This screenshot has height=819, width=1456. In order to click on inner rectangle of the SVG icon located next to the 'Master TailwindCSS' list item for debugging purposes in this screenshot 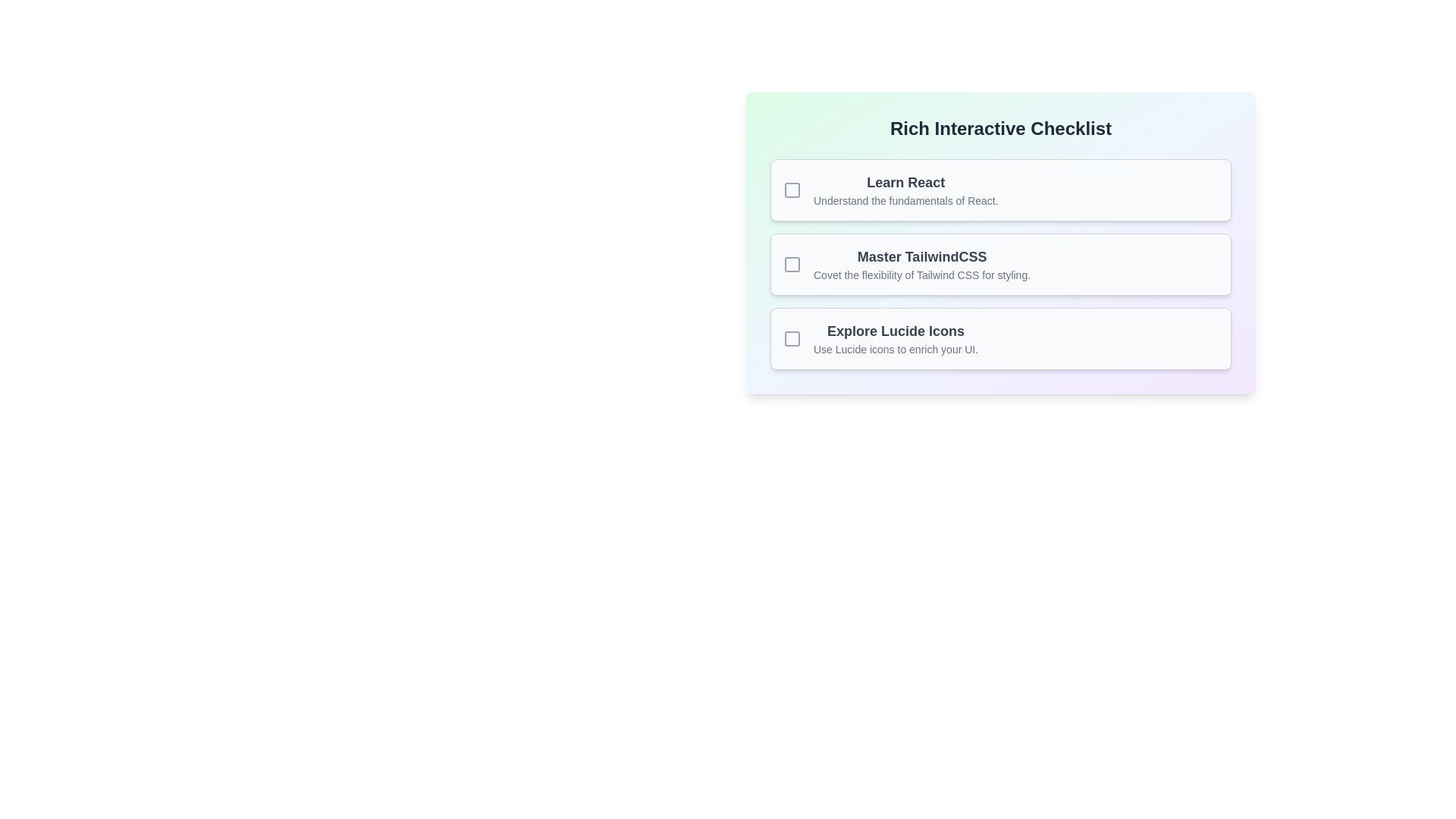, I will do `click(792, 263)`.